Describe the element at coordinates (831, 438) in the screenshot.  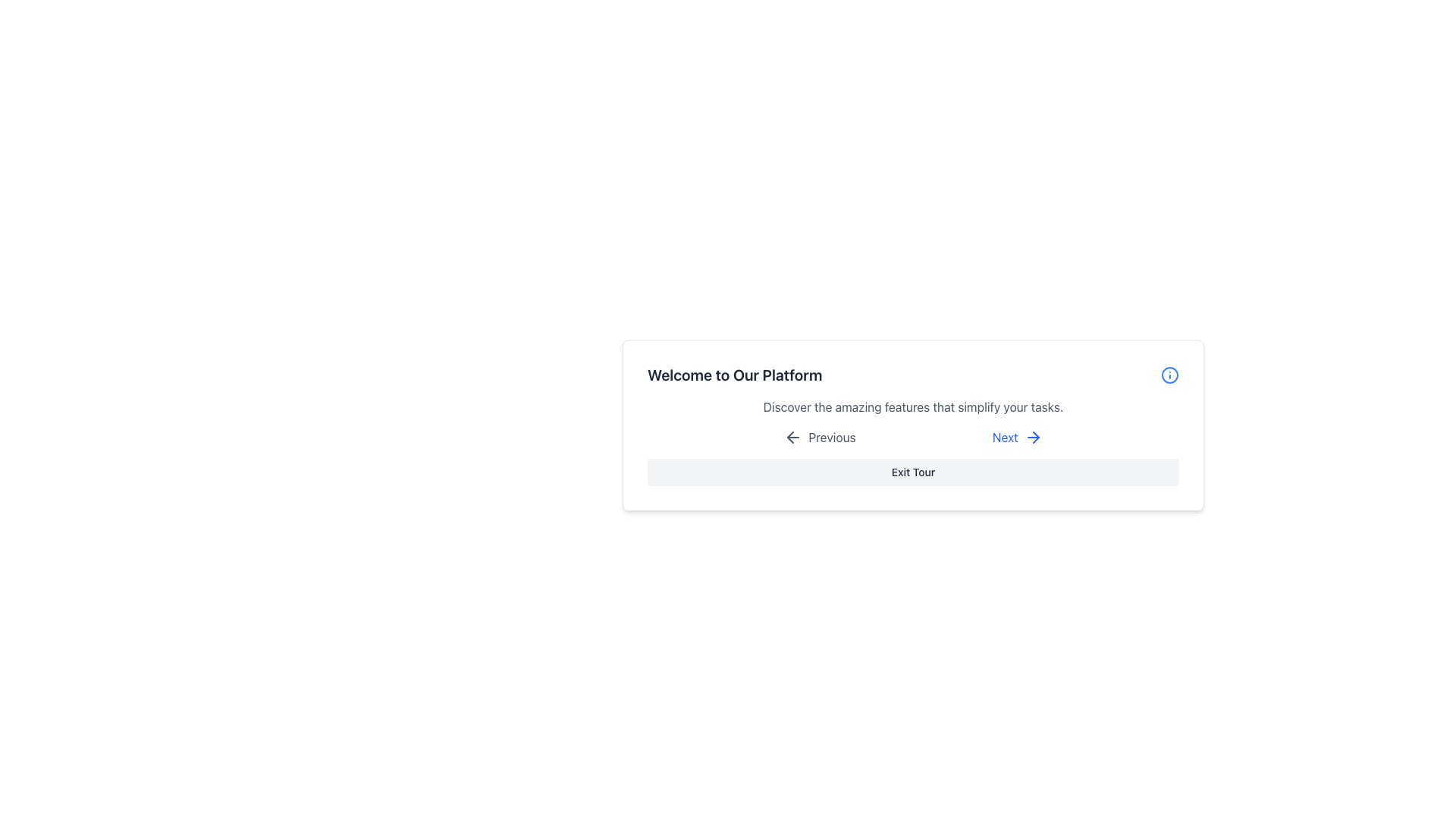
I see `text label displaying 'Previous' located to the right of the left-pointing arrow icon in the navigation bar of the modal window` at that location.